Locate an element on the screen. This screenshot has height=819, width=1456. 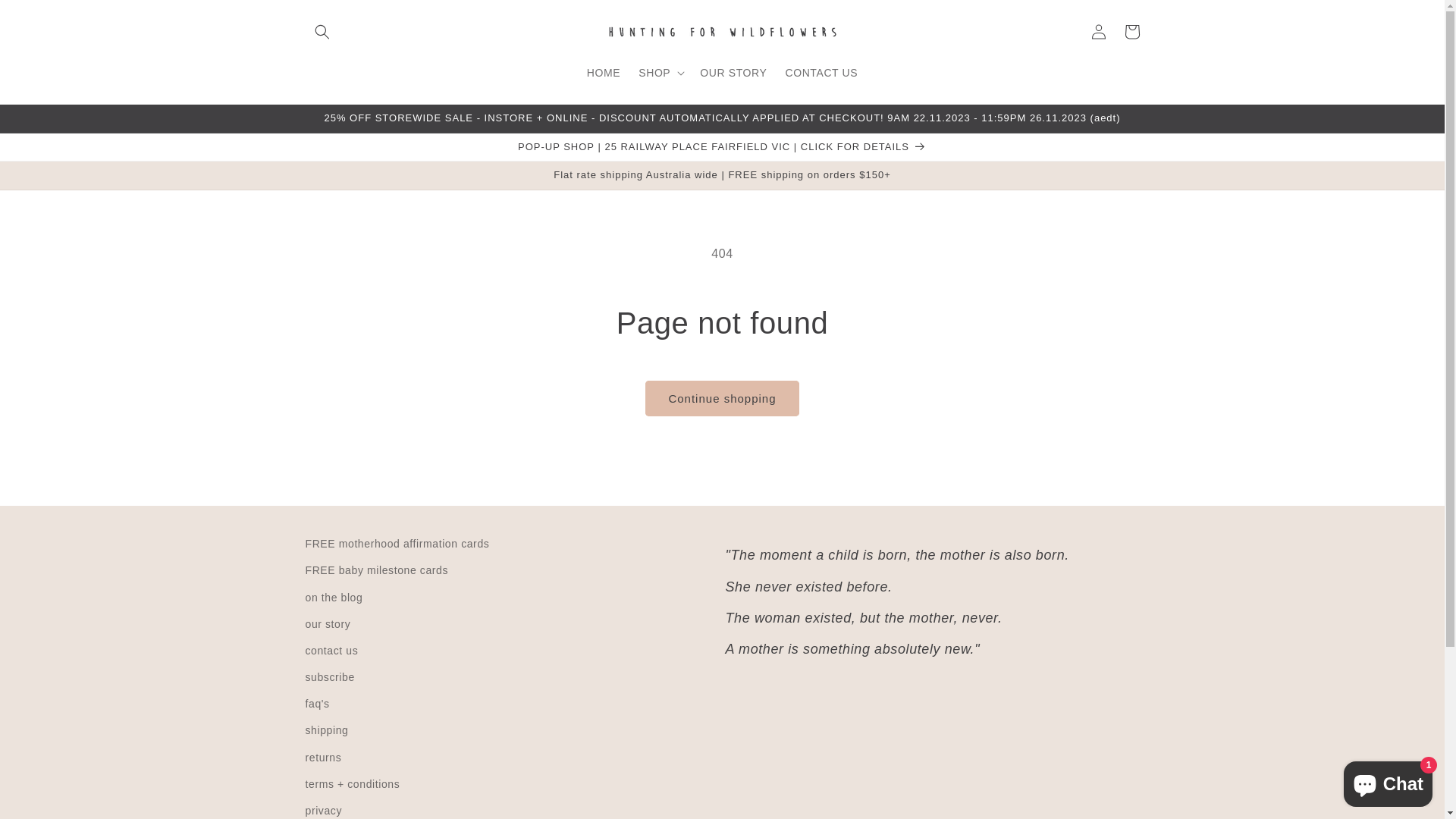
'on the blog' is located at coordinates (333, 597).